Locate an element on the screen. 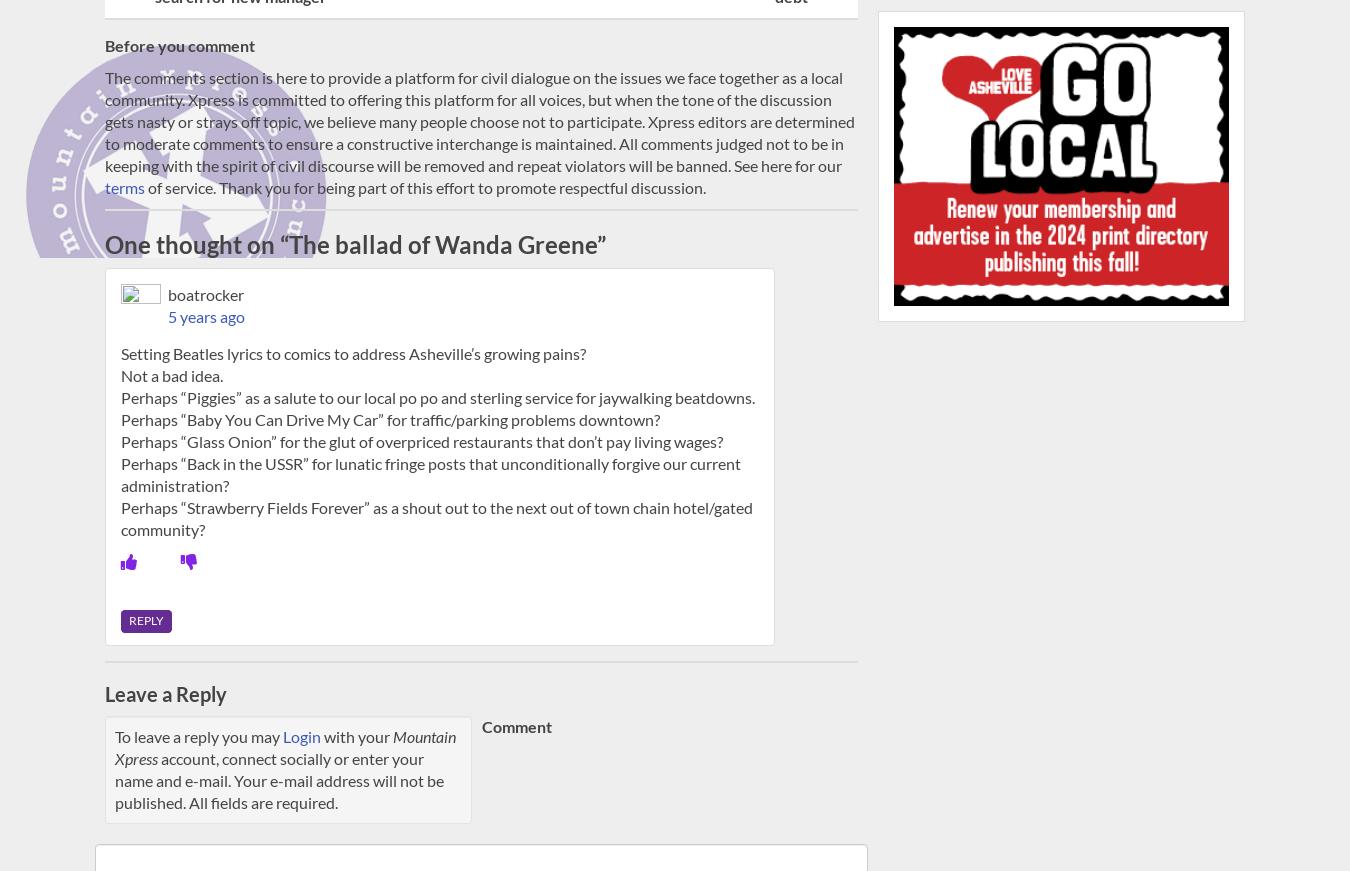 This screenshot has width=1350, height=871. 'Reply' is located at coordinates (146, 619).